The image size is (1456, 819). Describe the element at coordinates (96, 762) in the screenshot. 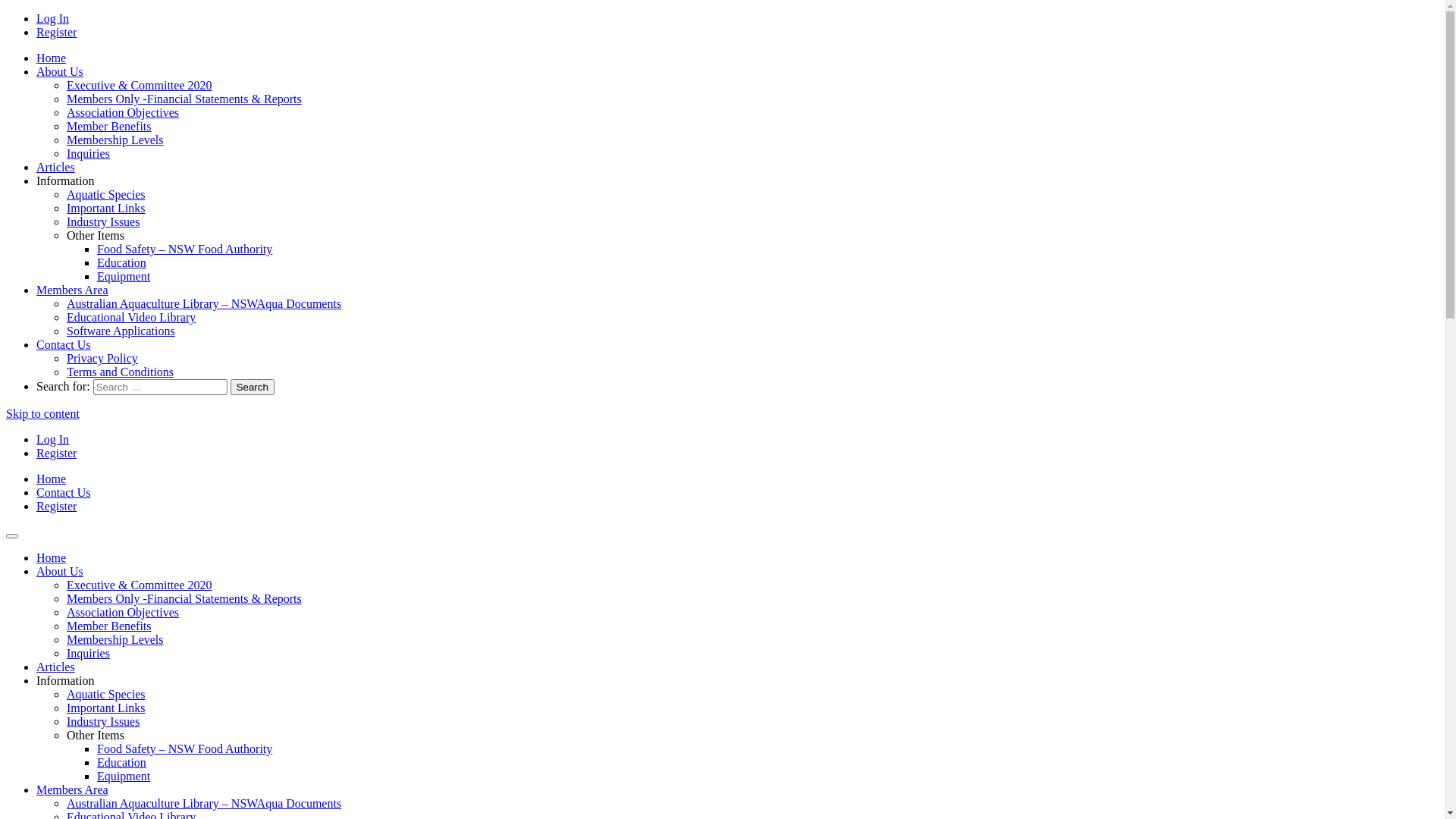

I see `'Education'` at that location.